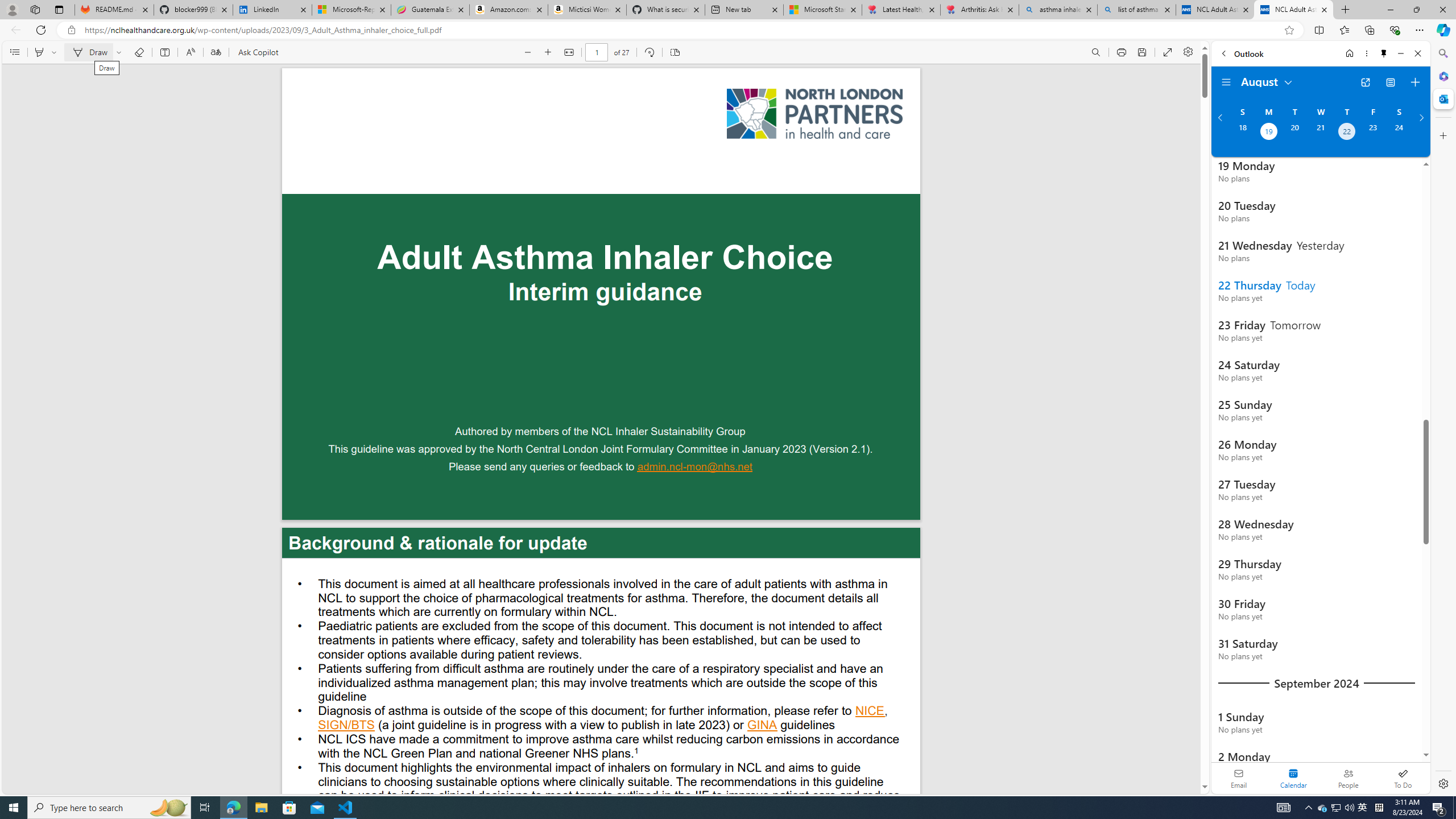 The height and width of the screenshot is (819, 1456). What do you see at coordinates (39, 52) in the screenshot?
I see `'Highlight'` at bounding box center [39, 52].